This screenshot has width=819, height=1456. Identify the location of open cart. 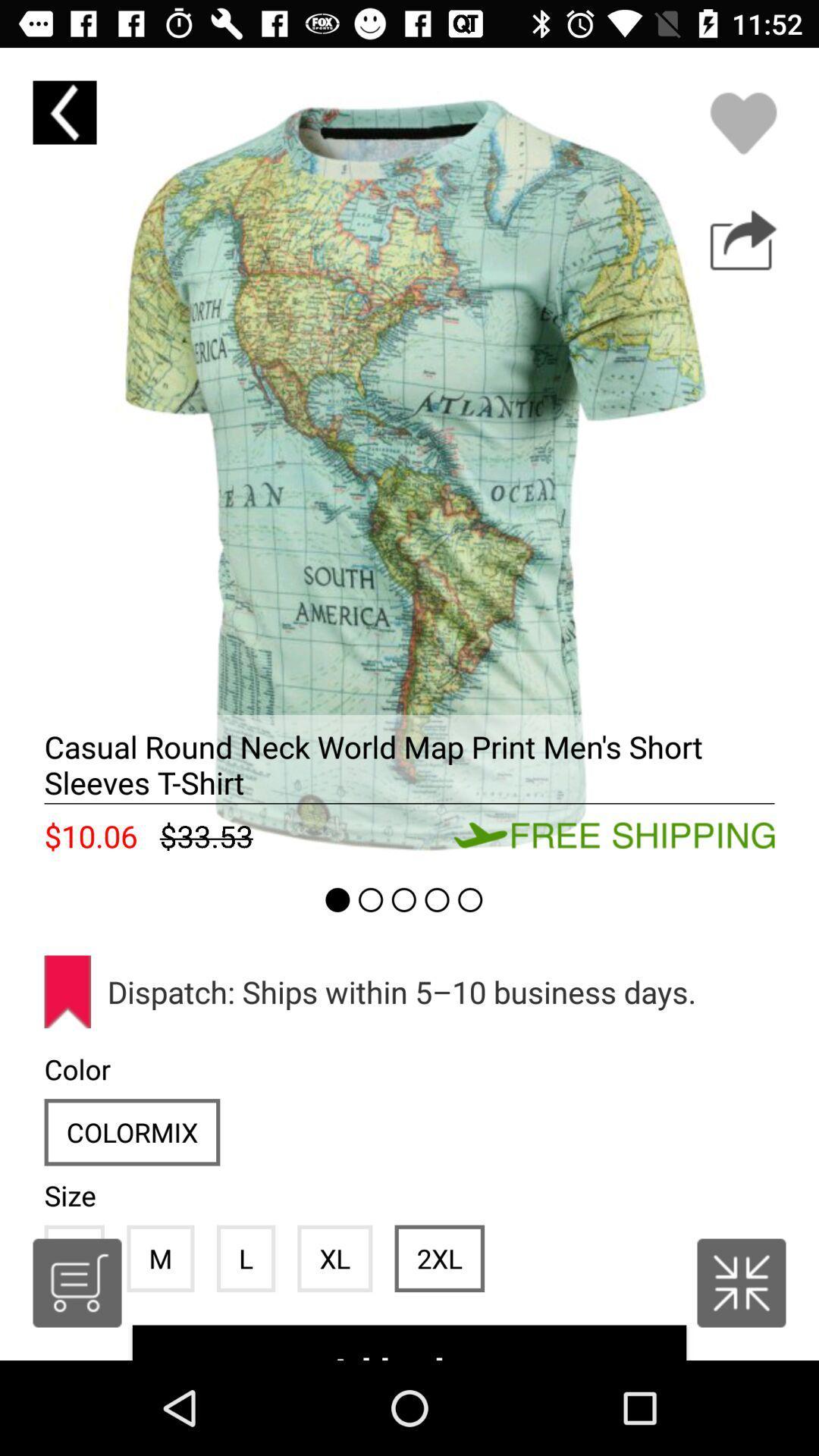
(77, 1282).